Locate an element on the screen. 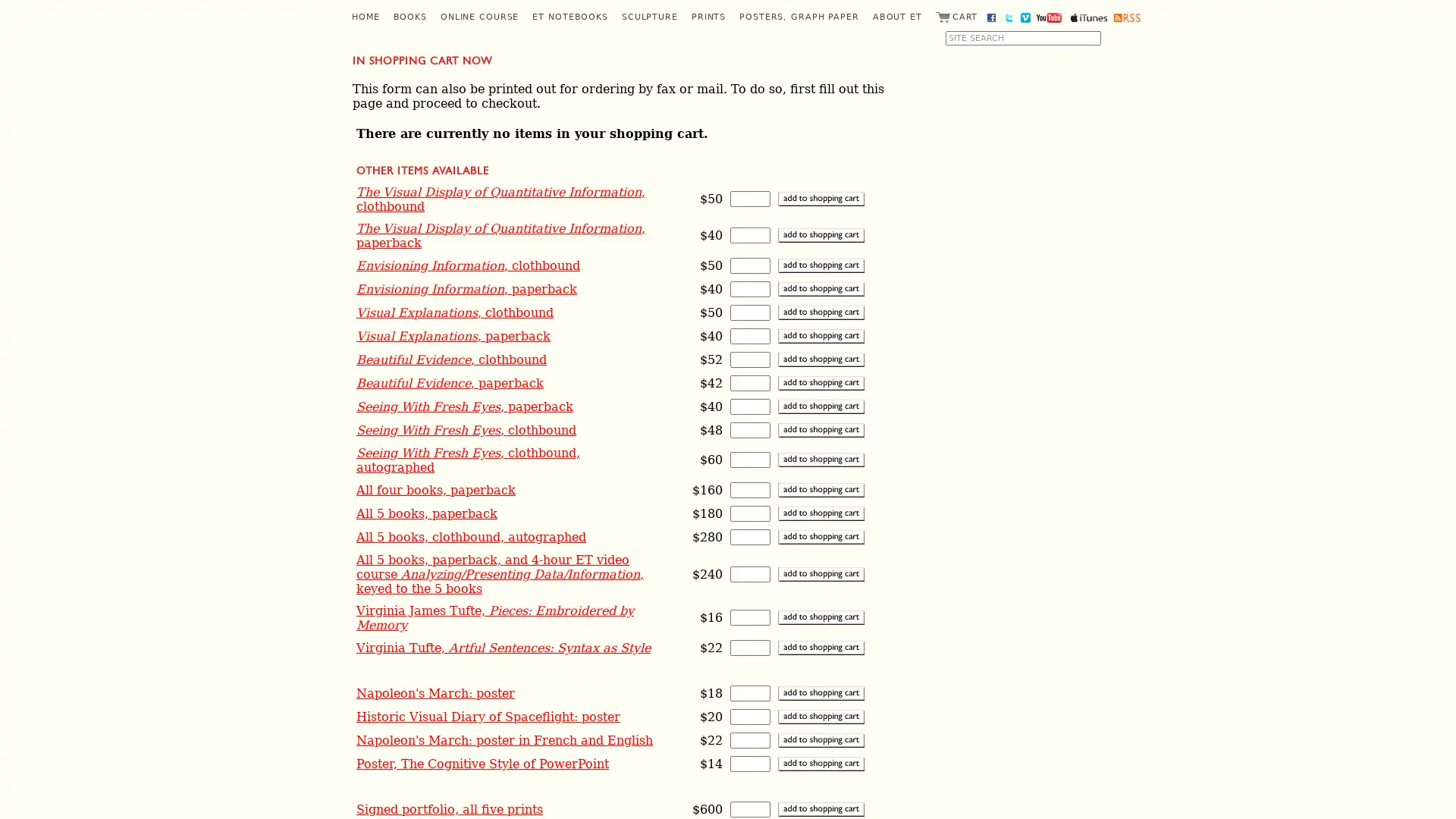 The width and height of the screenshot is (1456, 819). add to shopping cart is located at coordinates (821, 617).